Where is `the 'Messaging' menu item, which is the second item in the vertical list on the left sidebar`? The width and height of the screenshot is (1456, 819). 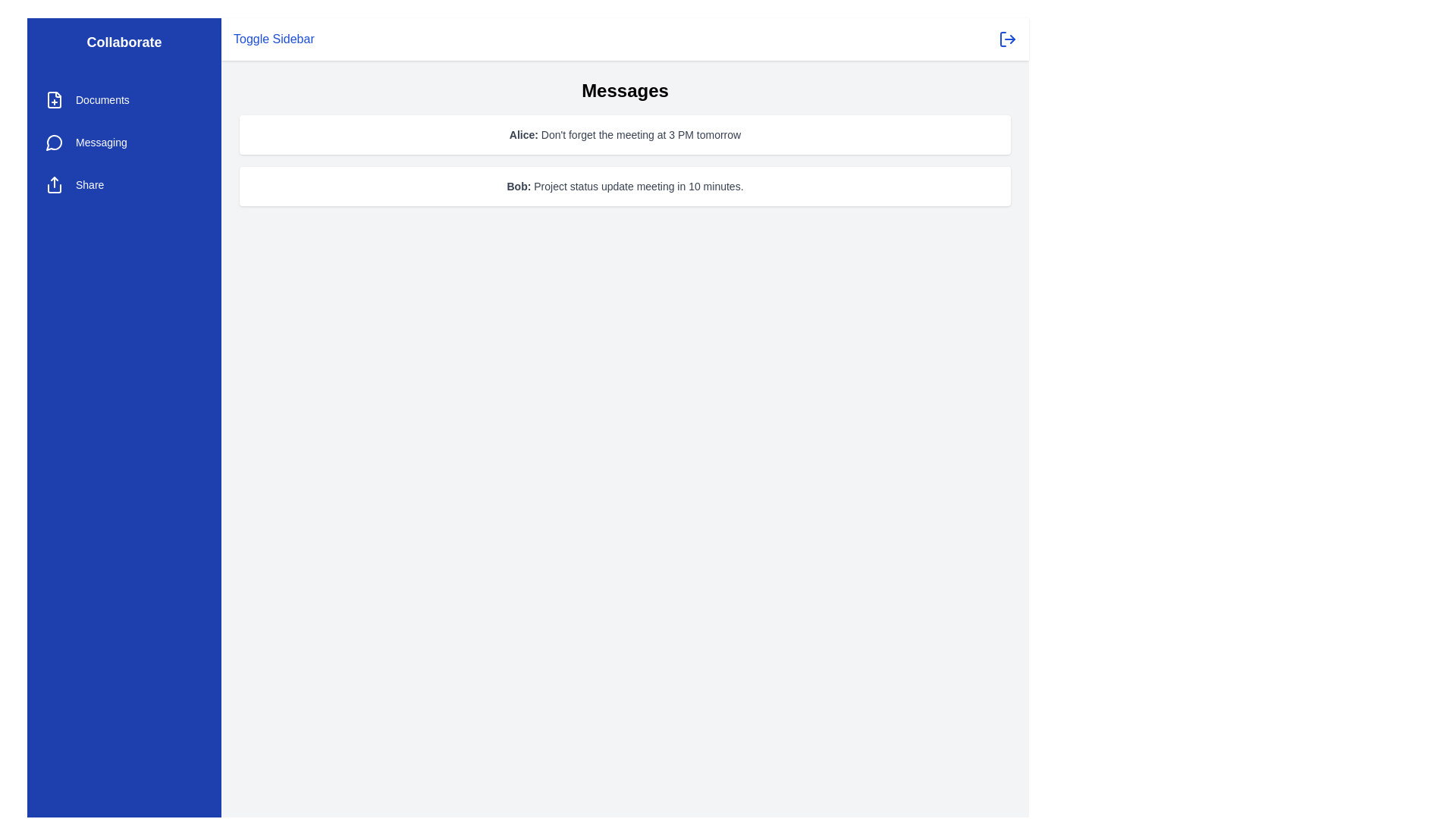
the 'Messaging' menu item, which is the second item in the vertical list on the left sidebar is located at coordinates (124, 143).